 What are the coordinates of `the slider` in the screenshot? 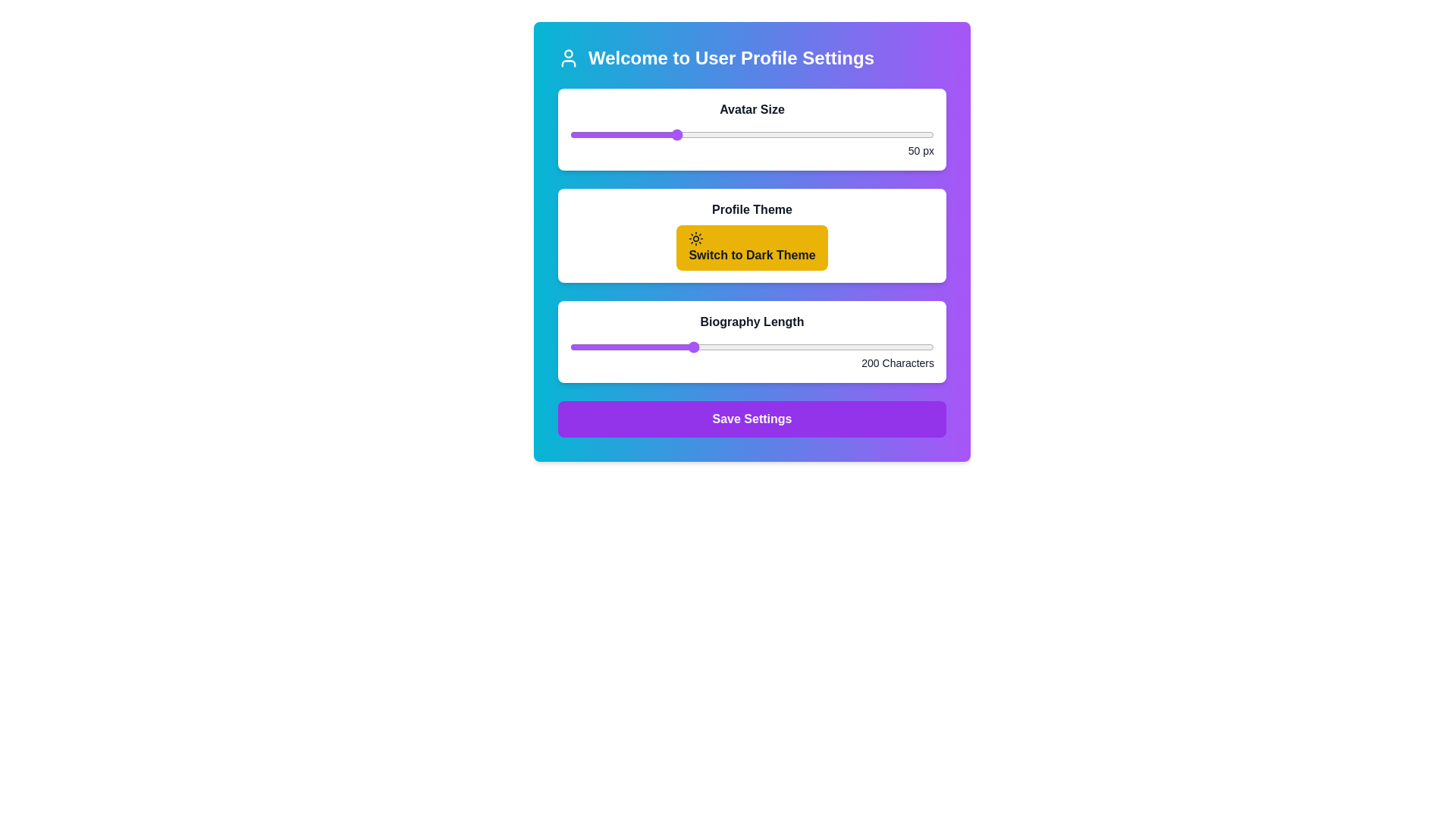 It's located at (570, 133).